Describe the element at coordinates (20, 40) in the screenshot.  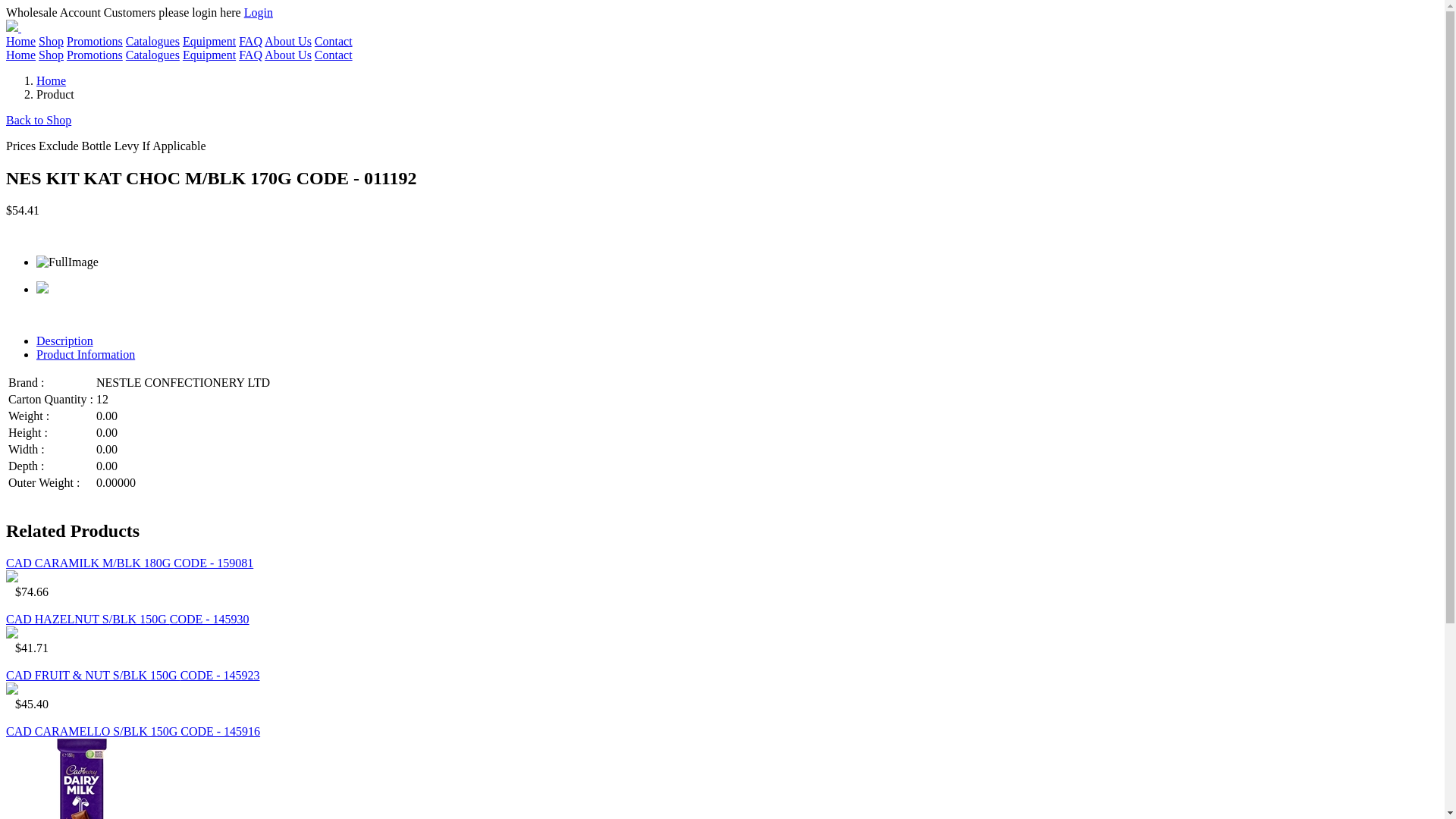
I see `'Home'` at that location.